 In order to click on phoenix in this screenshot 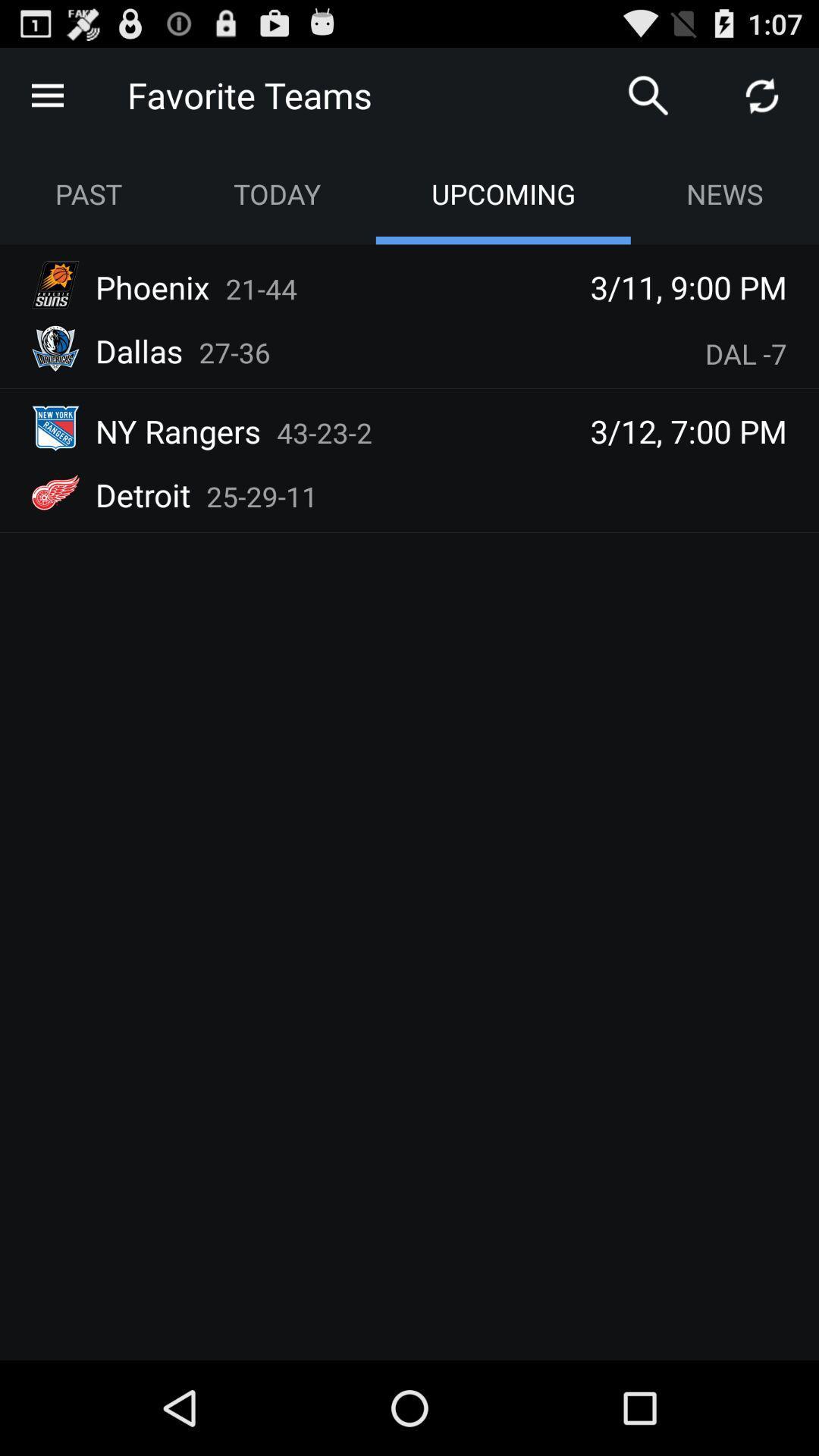, I will do `click(152, 287)`.